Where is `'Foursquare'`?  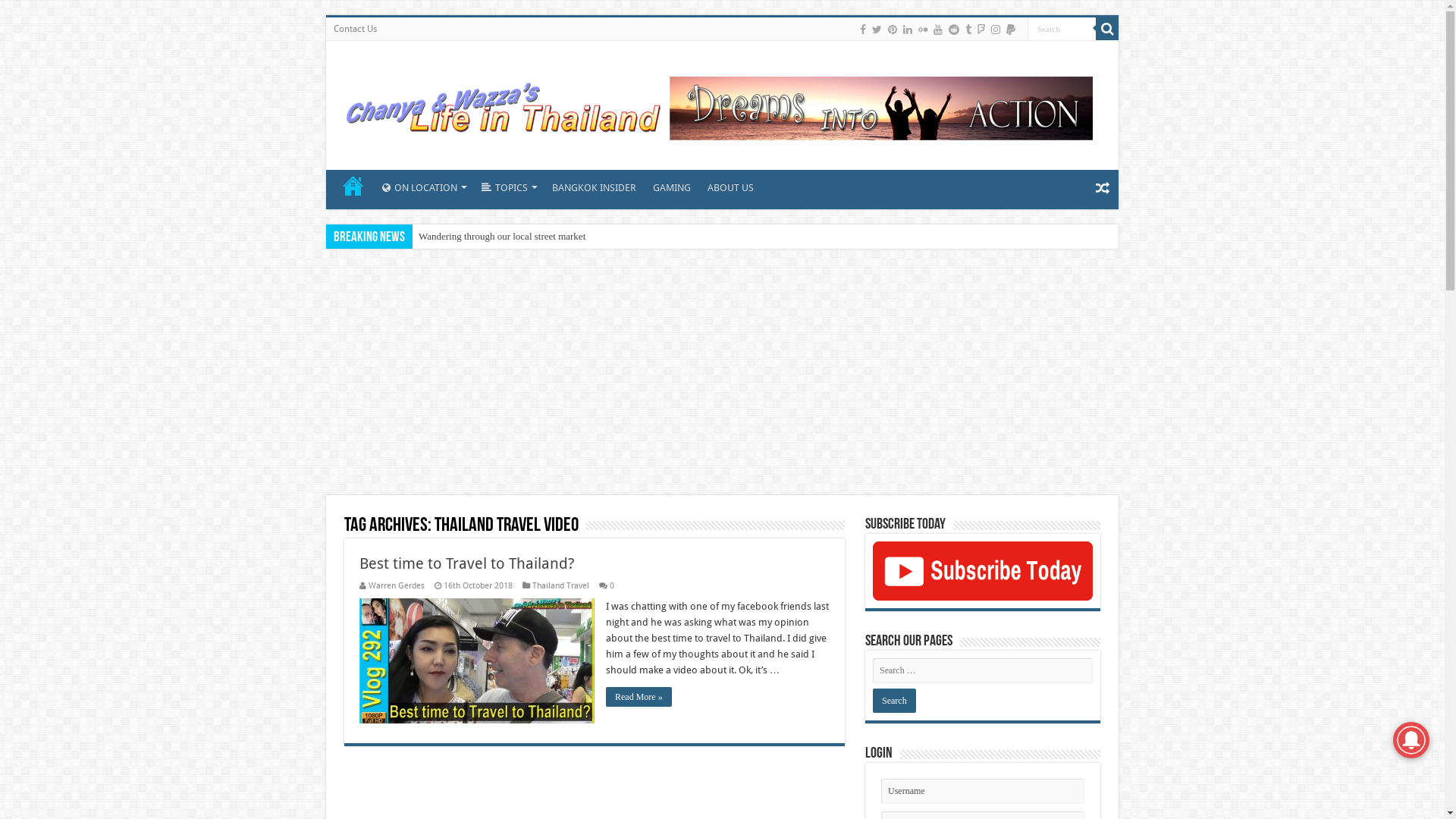
'Foursquare' is located at coordinates (975, 29).